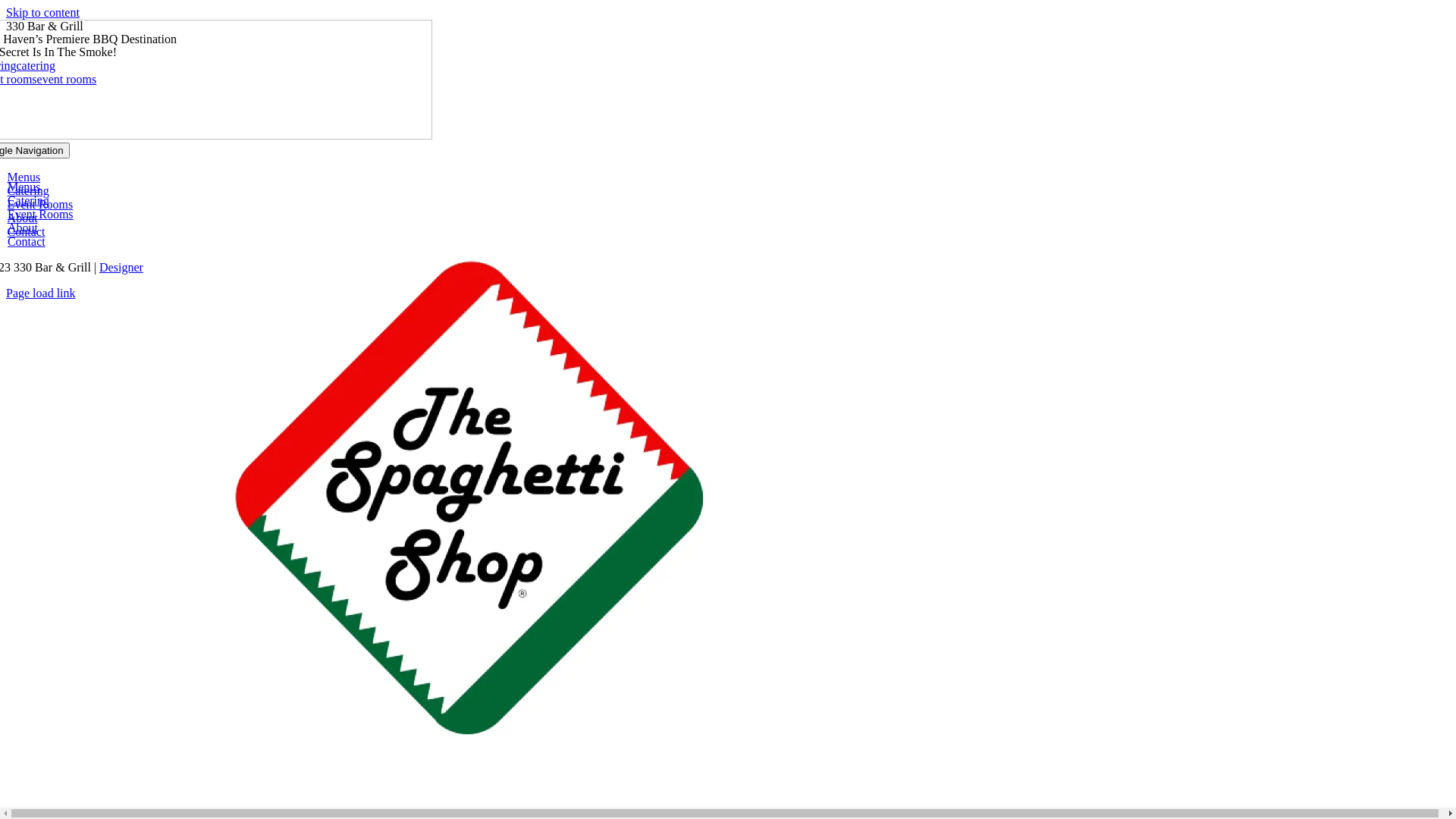 The width and height of the screenshot is (1456, 819). Describe the element at coordinates (26, 240) in the screenshot. I see `'Contact'` at that location.